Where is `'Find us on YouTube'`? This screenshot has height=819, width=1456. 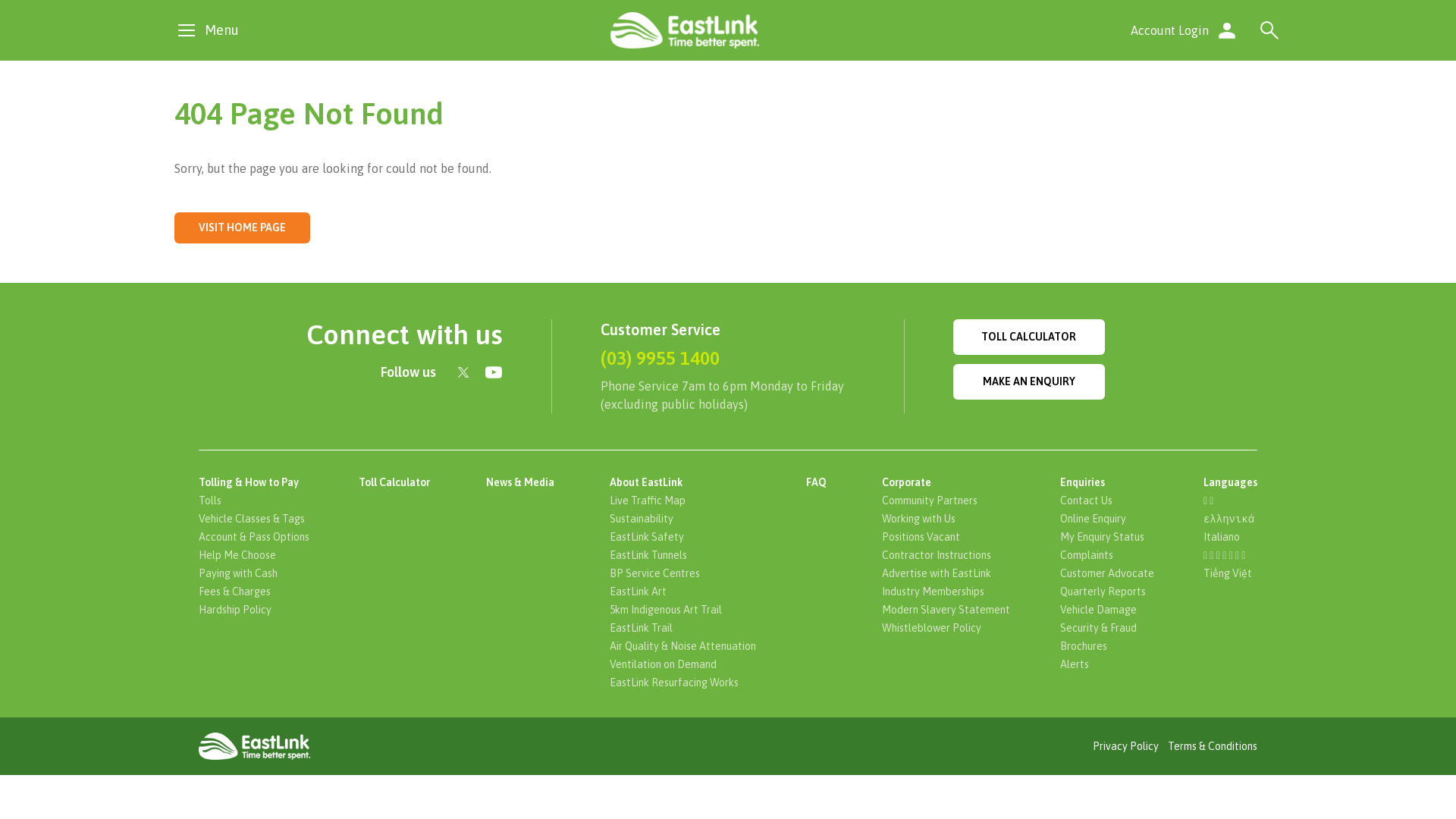
'Find us on YouTube' is located at coordinates (494, 372).